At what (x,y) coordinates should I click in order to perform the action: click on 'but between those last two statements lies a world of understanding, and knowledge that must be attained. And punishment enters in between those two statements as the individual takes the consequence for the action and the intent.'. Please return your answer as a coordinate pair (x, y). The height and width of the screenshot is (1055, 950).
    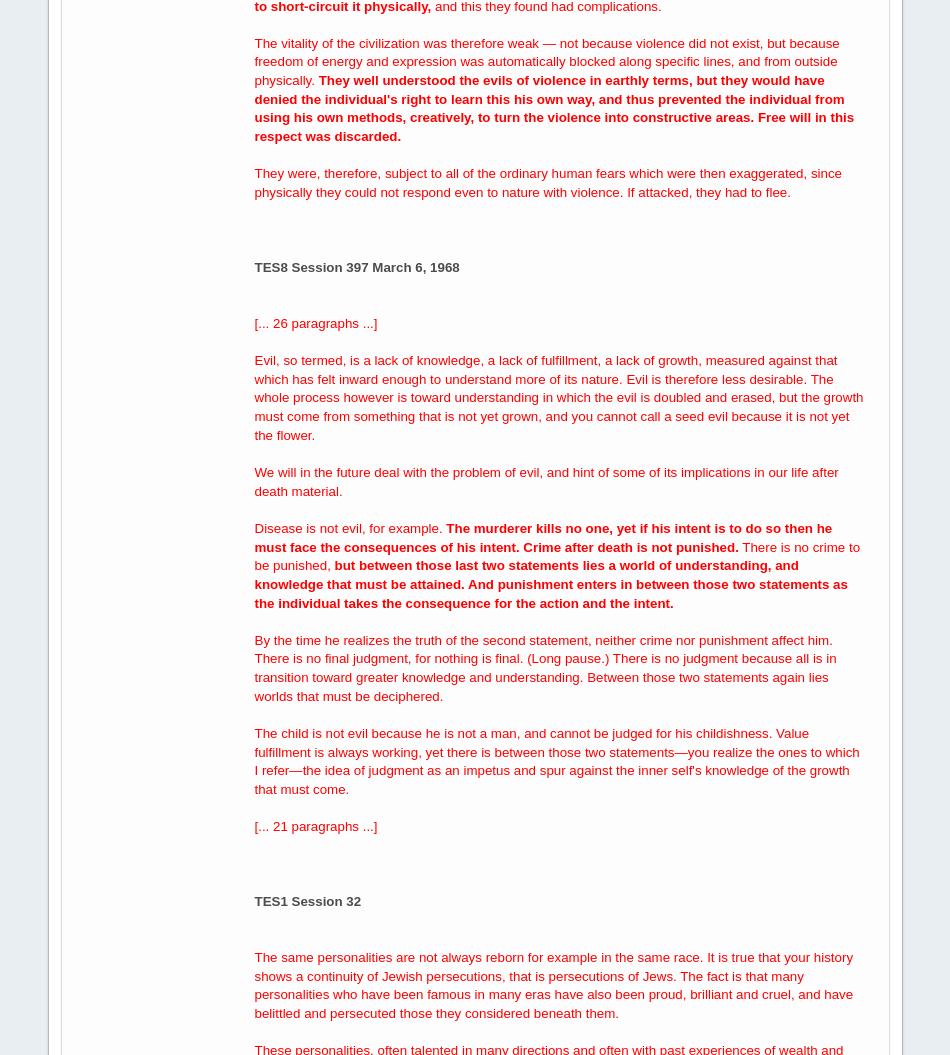
    Looking at the image, I should click on (550, 583).